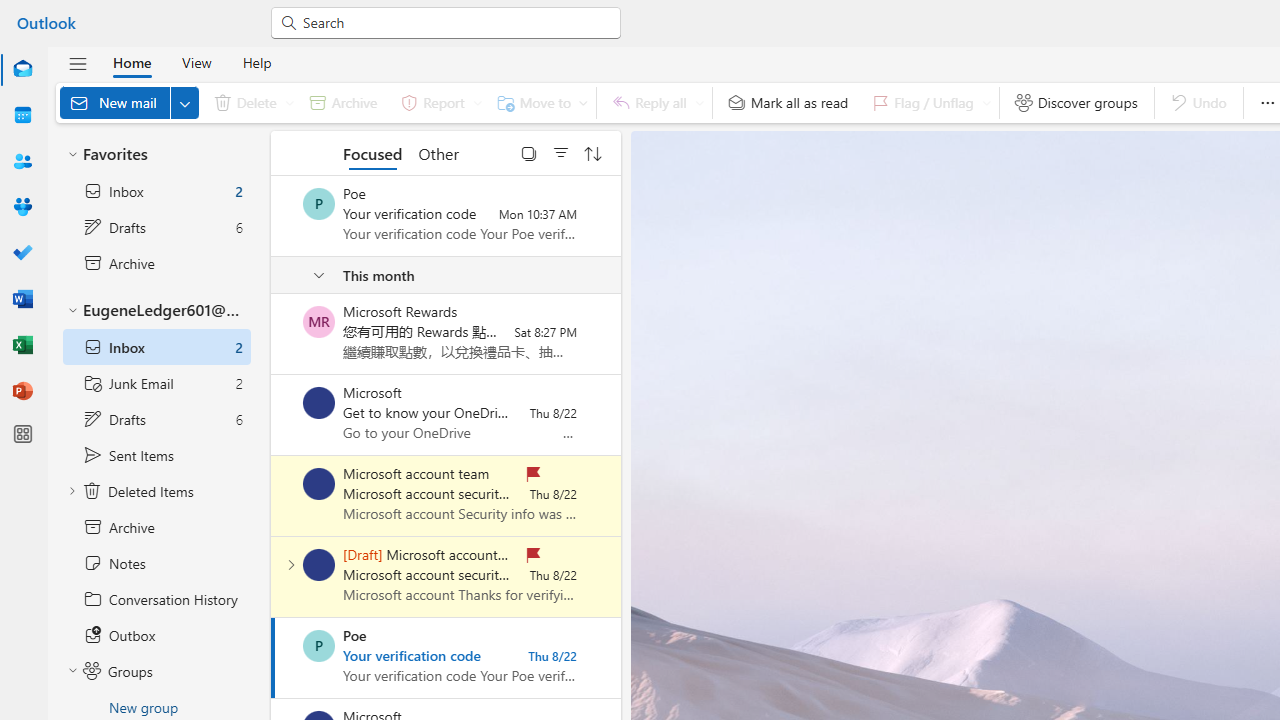 The height and width of the screenshot is (720, 1280). Describe the element at coordinates (23, 252) in the screenshot. I see `'To Do'` at that location.